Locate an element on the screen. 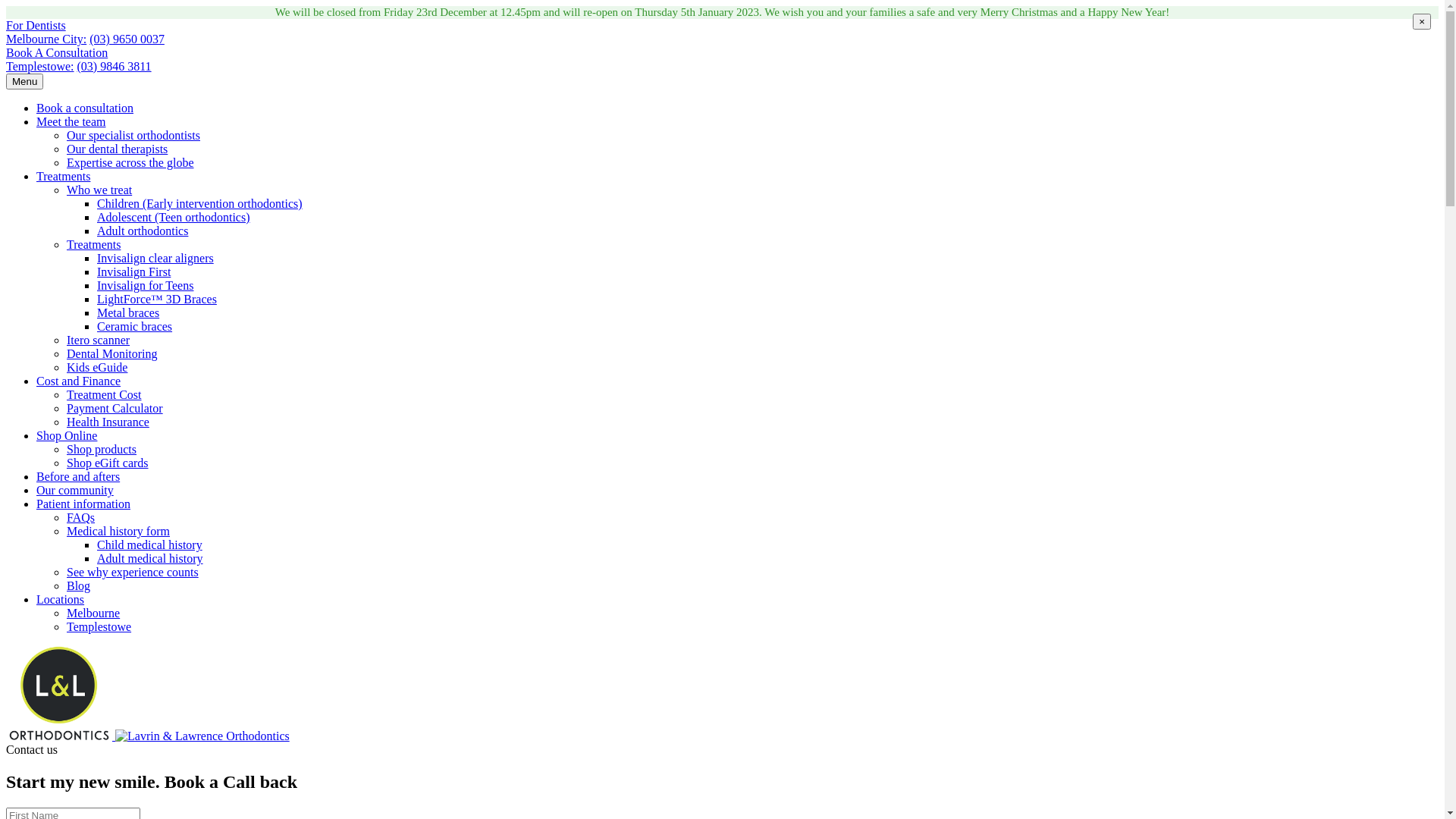  'Treatment Cost' is located at coordinates (103, 394).